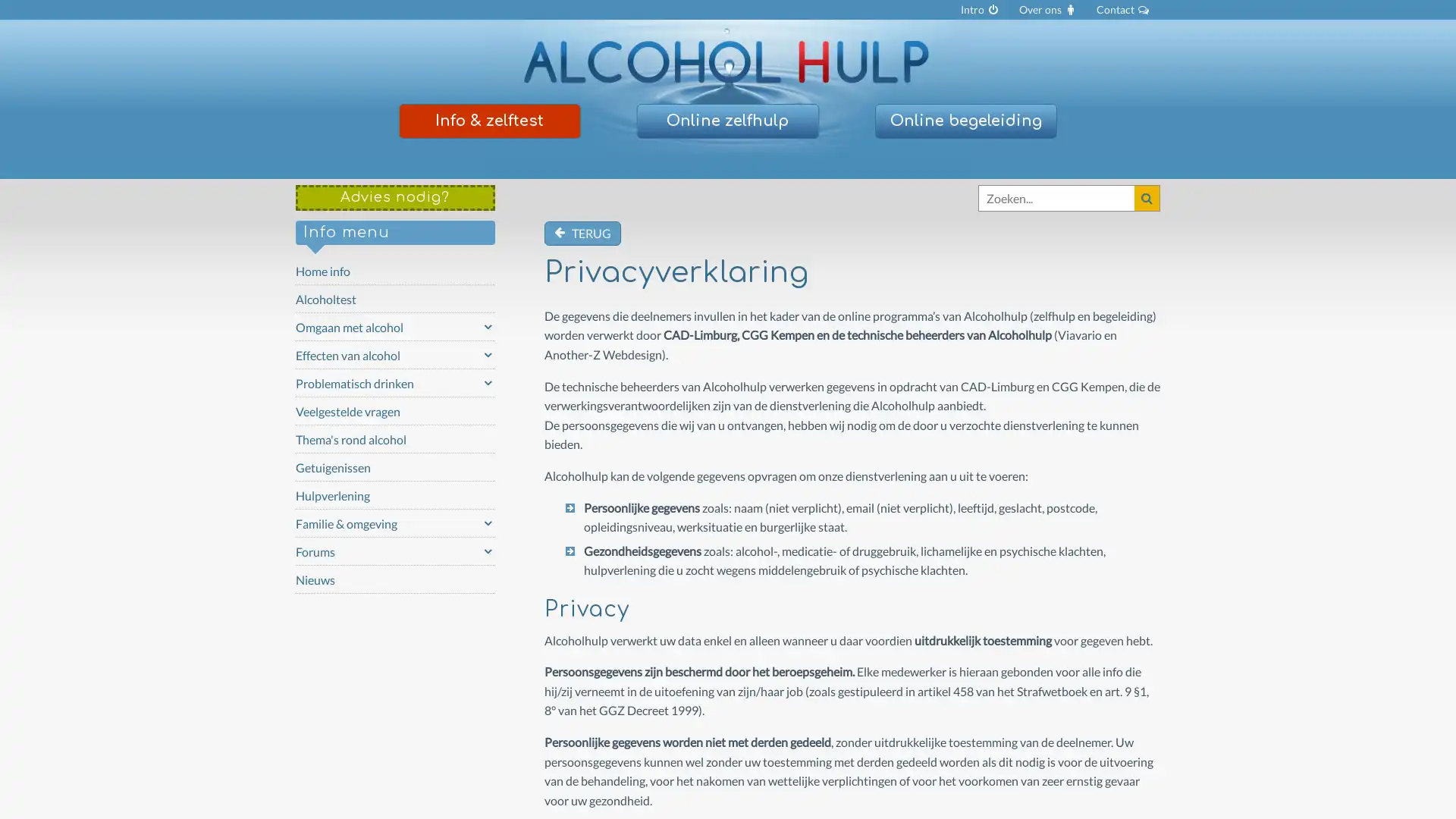 This screenshot has height=819, width=1456. Describe the element at coordinates (488, 120) in the screenshot. I see `Info & zelftest` at that location.